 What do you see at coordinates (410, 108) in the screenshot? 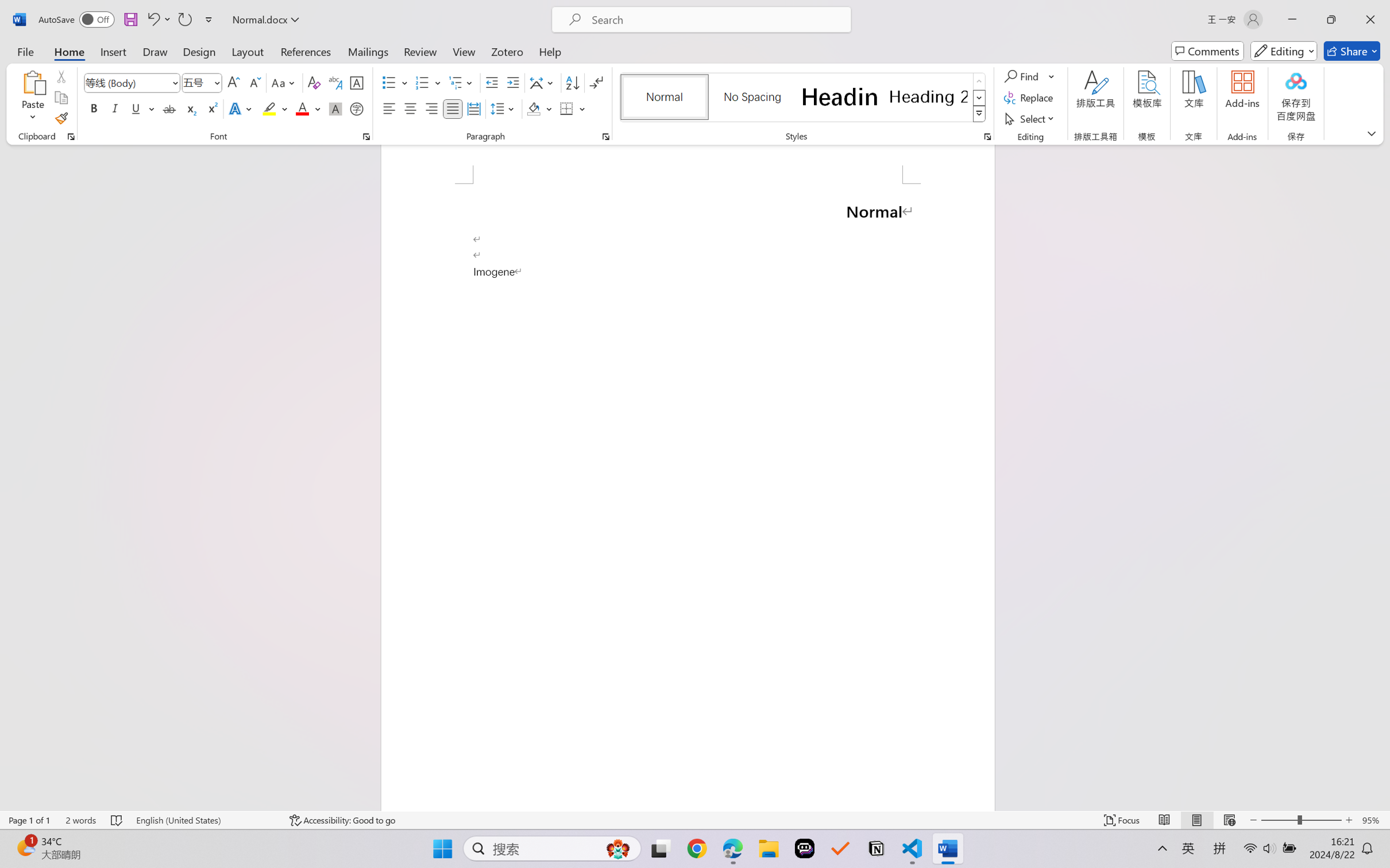
I see `'Center'` at bounding box center [410, 108].